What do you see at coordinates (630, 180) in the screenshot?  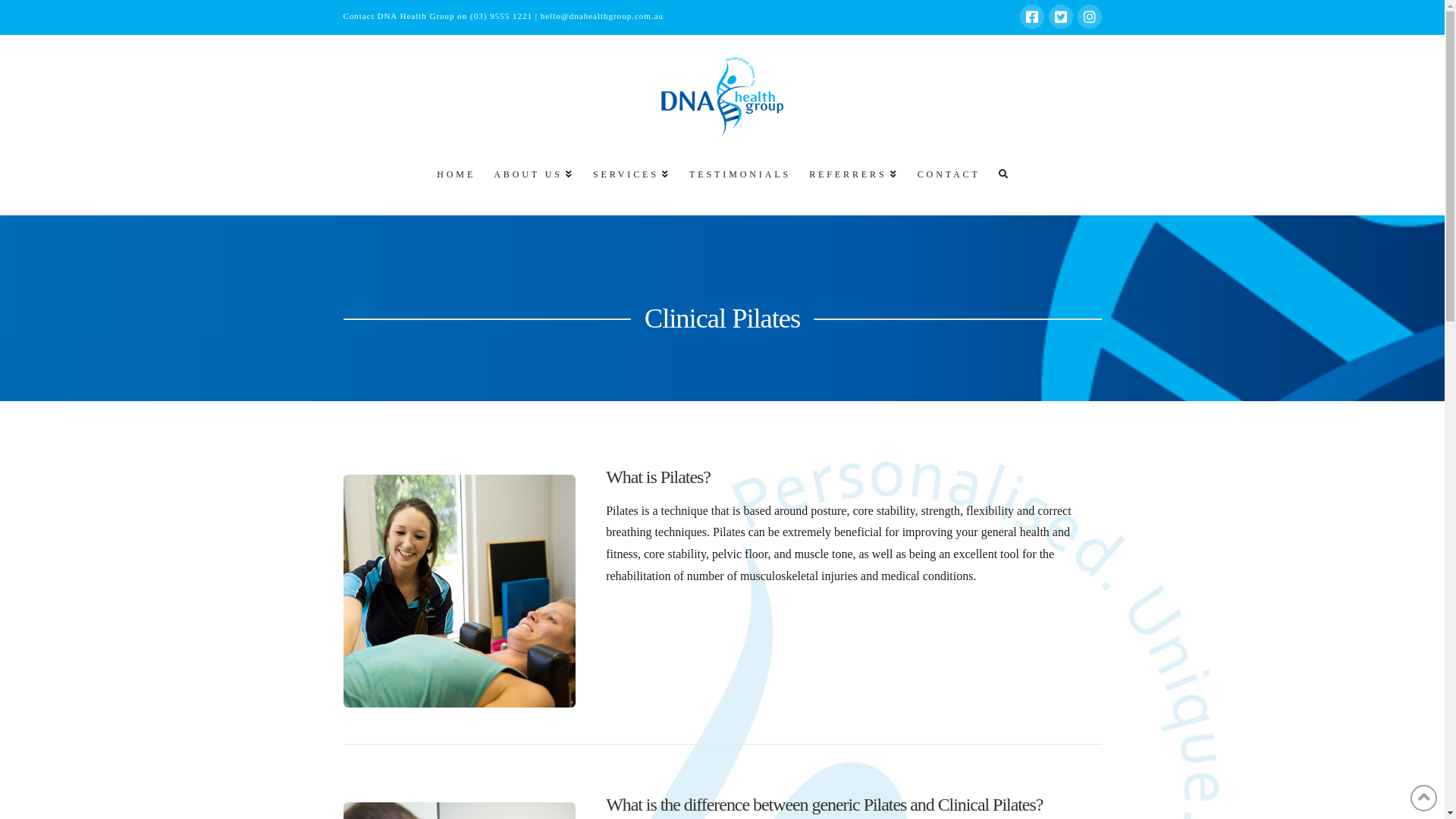 I see `'SERVICES'` at bounding box center [630, 180].